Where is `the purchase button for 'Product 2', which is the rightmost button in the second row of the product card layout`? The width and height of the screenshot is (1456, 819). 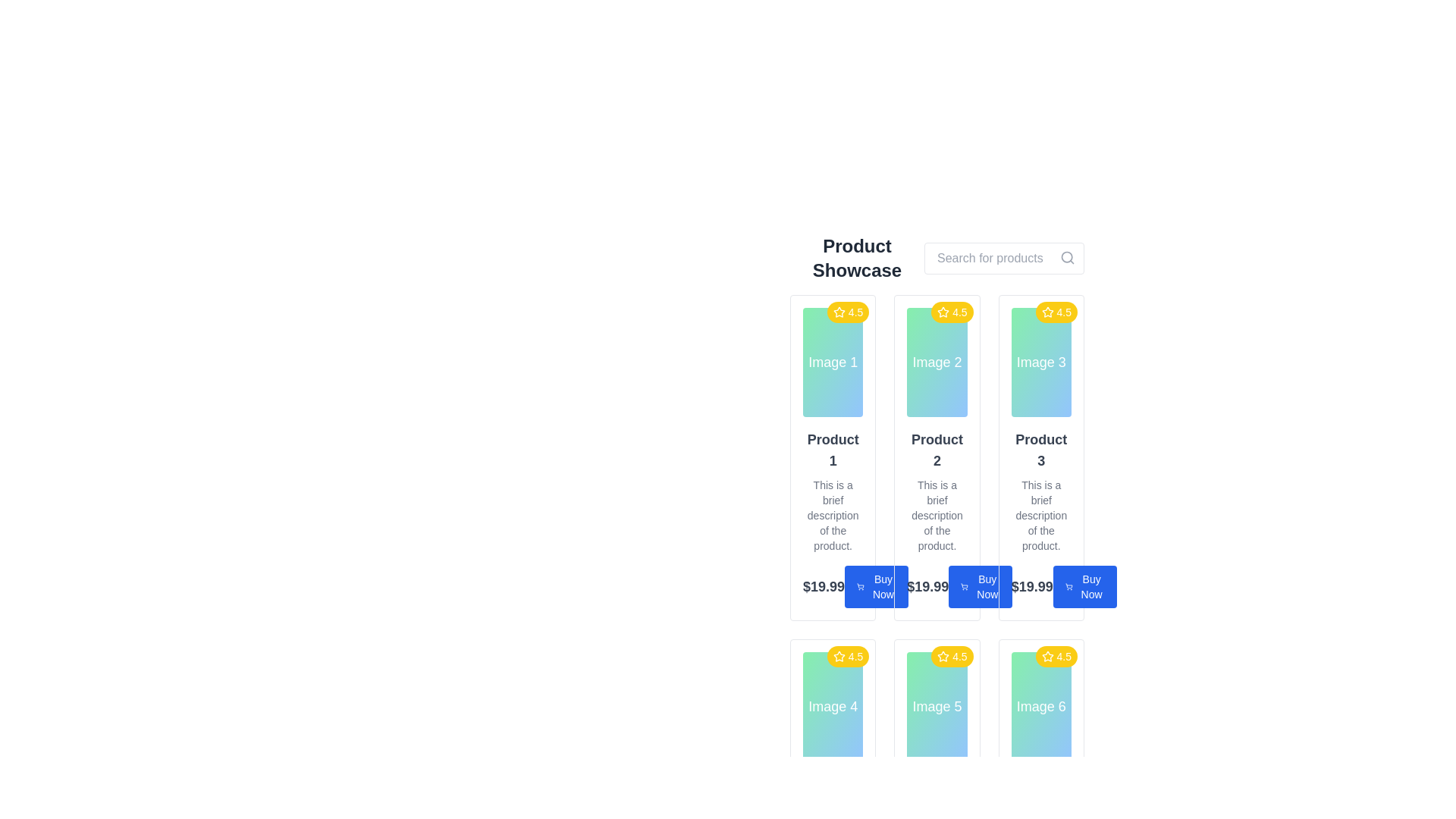 the purchase button for 'Product 2', which is the rightmost button in the second row of the product card layout is located at coordinates (877, 586).